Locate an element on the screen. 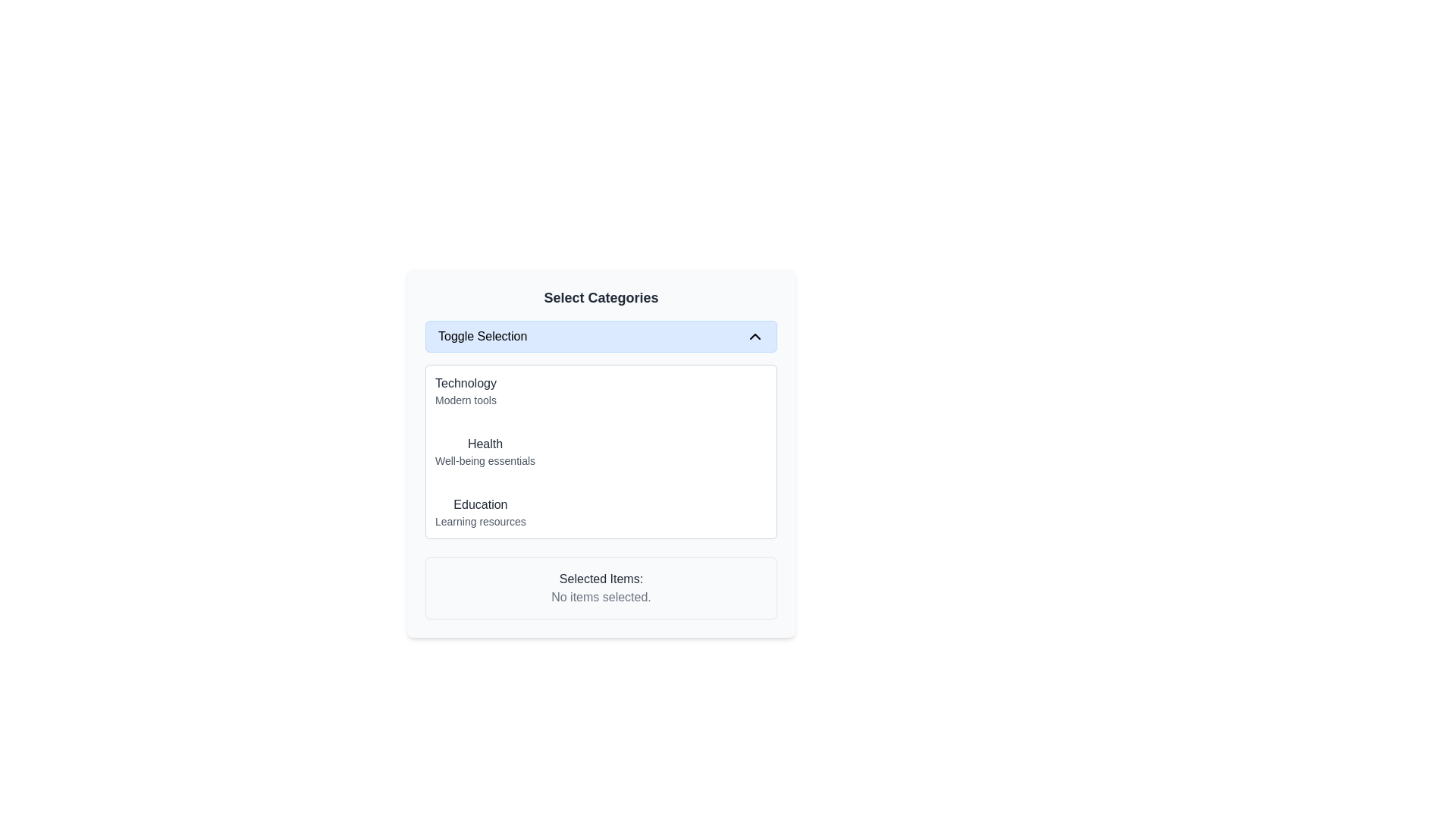 This screenshot has width=1456, height=819. the 'Technology' category label, which features bold black text and a lighter gray subtitle is located at coordinates (465, 391).